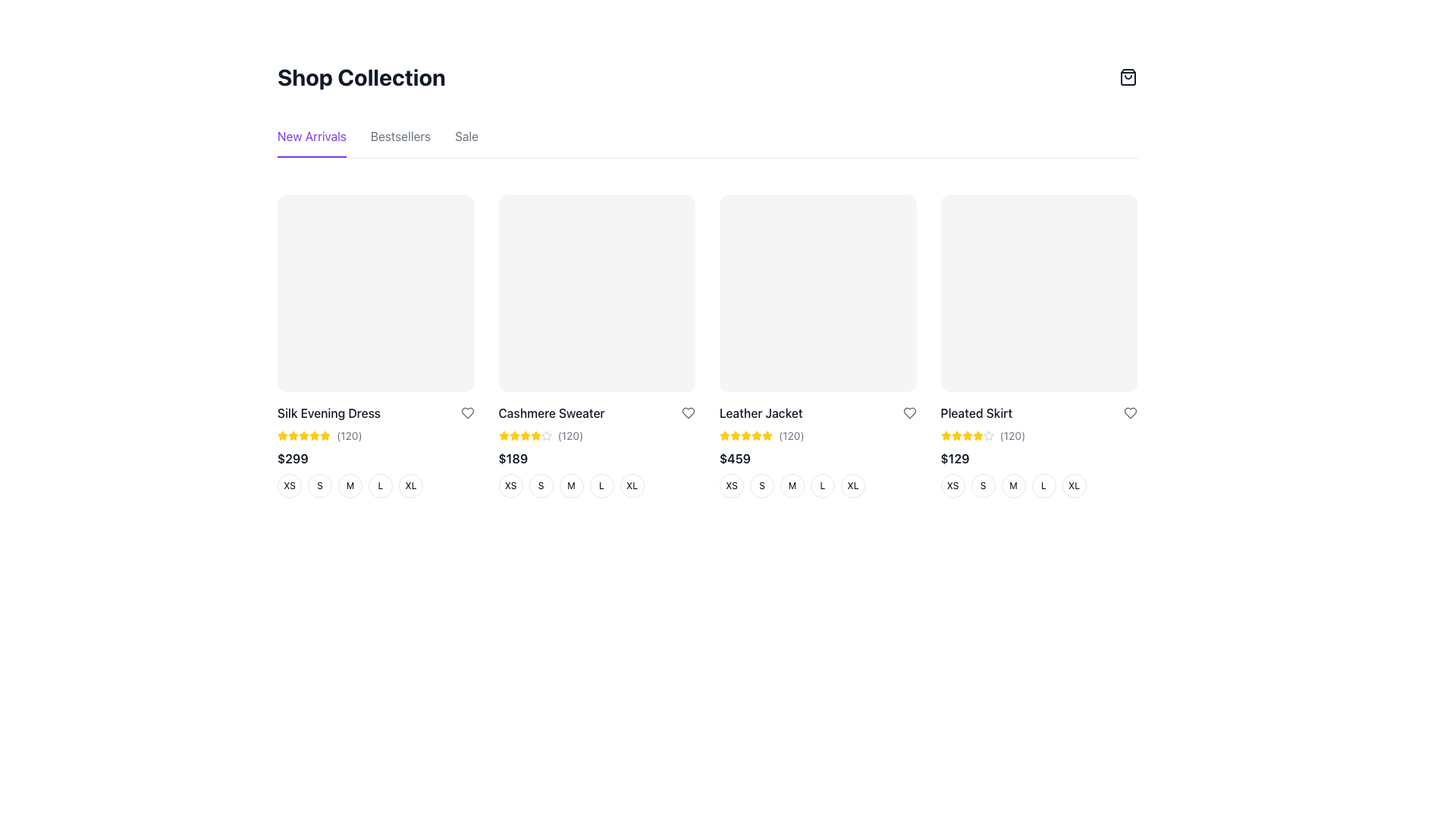 The width and height of the screenshot is (1456, 819). Describe the element at coordinates (411, 485) in the screenshot. I see `the XL size button located beneath the 'Silk Evening Dress' item` at that location.